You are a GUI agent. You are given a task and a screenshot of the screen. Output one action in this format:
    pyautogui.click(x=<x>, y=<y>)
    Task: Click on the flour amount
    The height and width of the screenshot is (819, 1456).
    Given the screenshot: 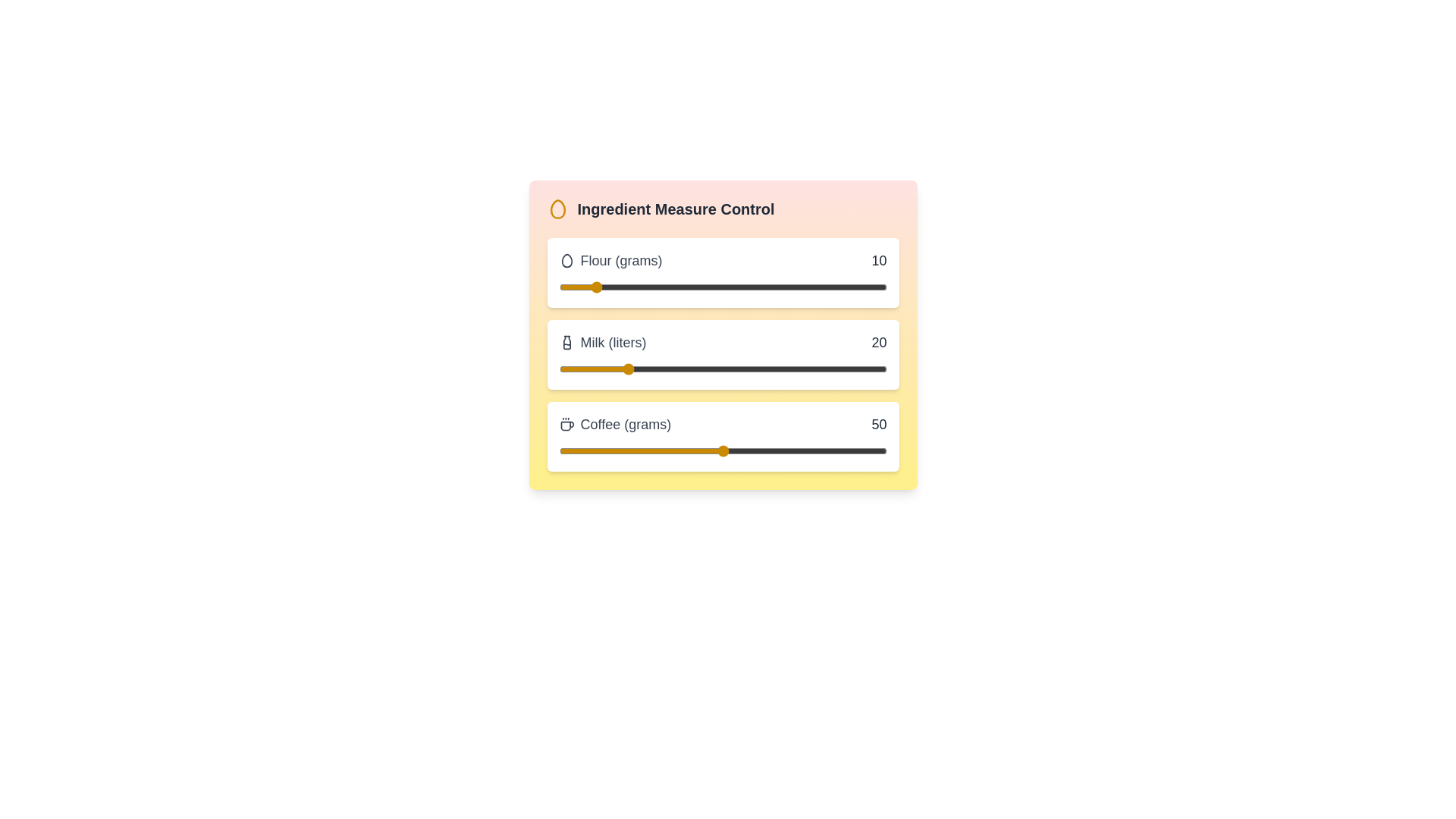 What is the action you would take?
    pyautogui.click(x=561, y=287)
    